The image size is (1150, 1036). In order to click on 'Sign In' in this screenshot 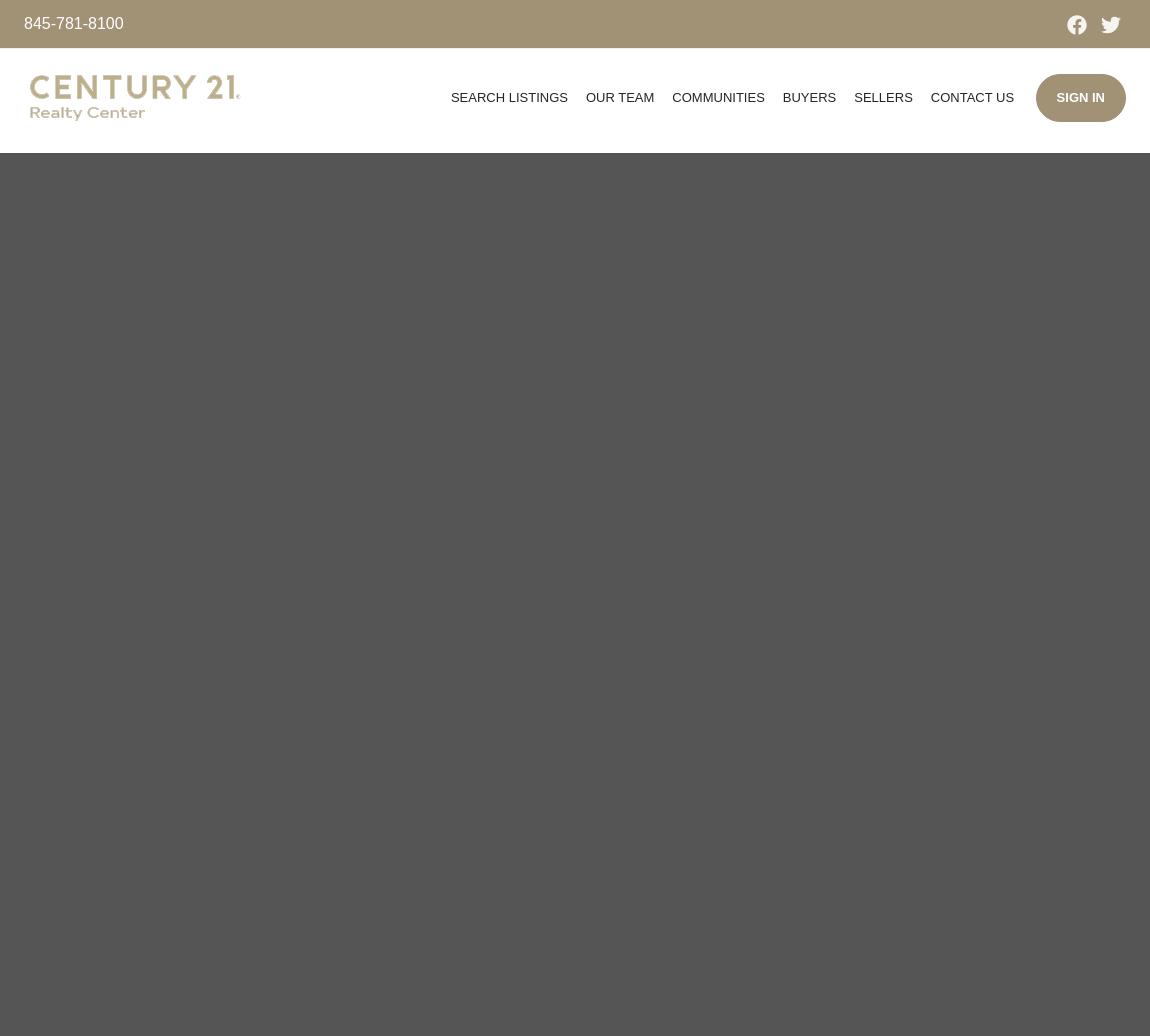, I will do `click(1056, 97)`.